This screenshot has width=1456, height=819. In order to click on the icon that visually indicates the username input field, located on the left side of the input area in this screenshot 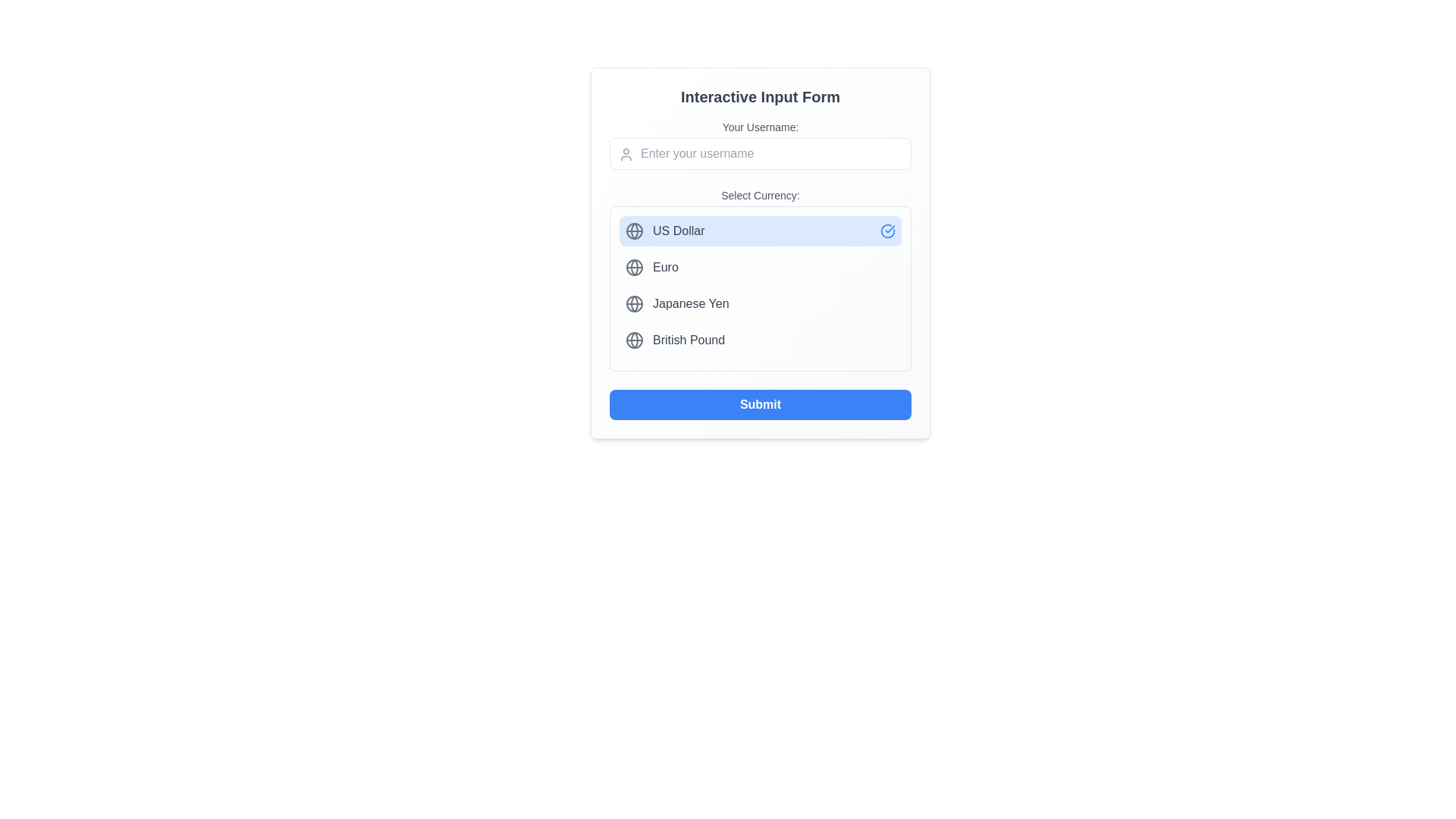, I will do `click(626, 155)`.